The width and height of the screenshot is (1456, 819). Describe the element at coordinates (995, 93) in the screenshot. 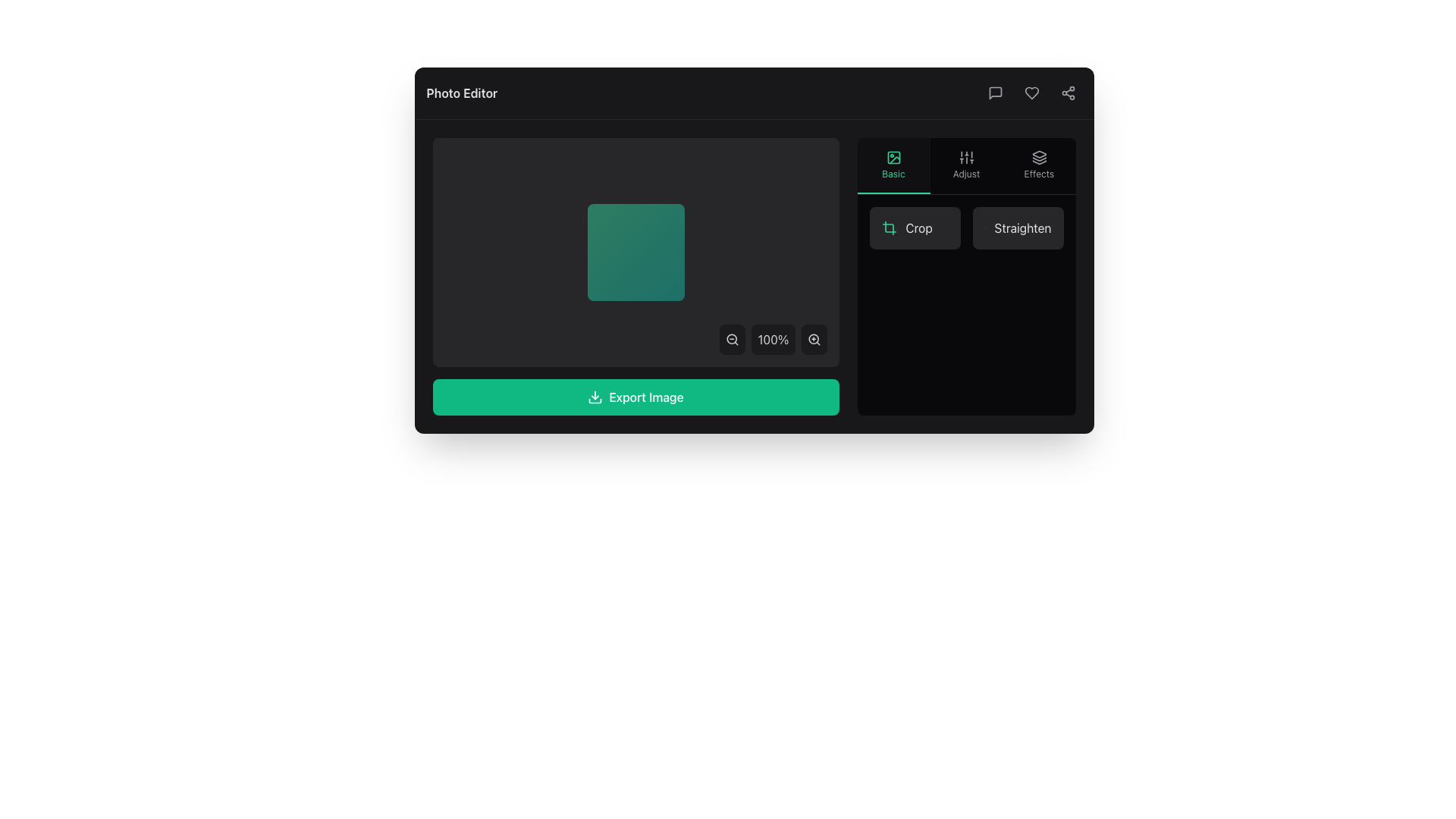

I see `the chat bubble icon located in the top-right section of the application's header bar` at that location.